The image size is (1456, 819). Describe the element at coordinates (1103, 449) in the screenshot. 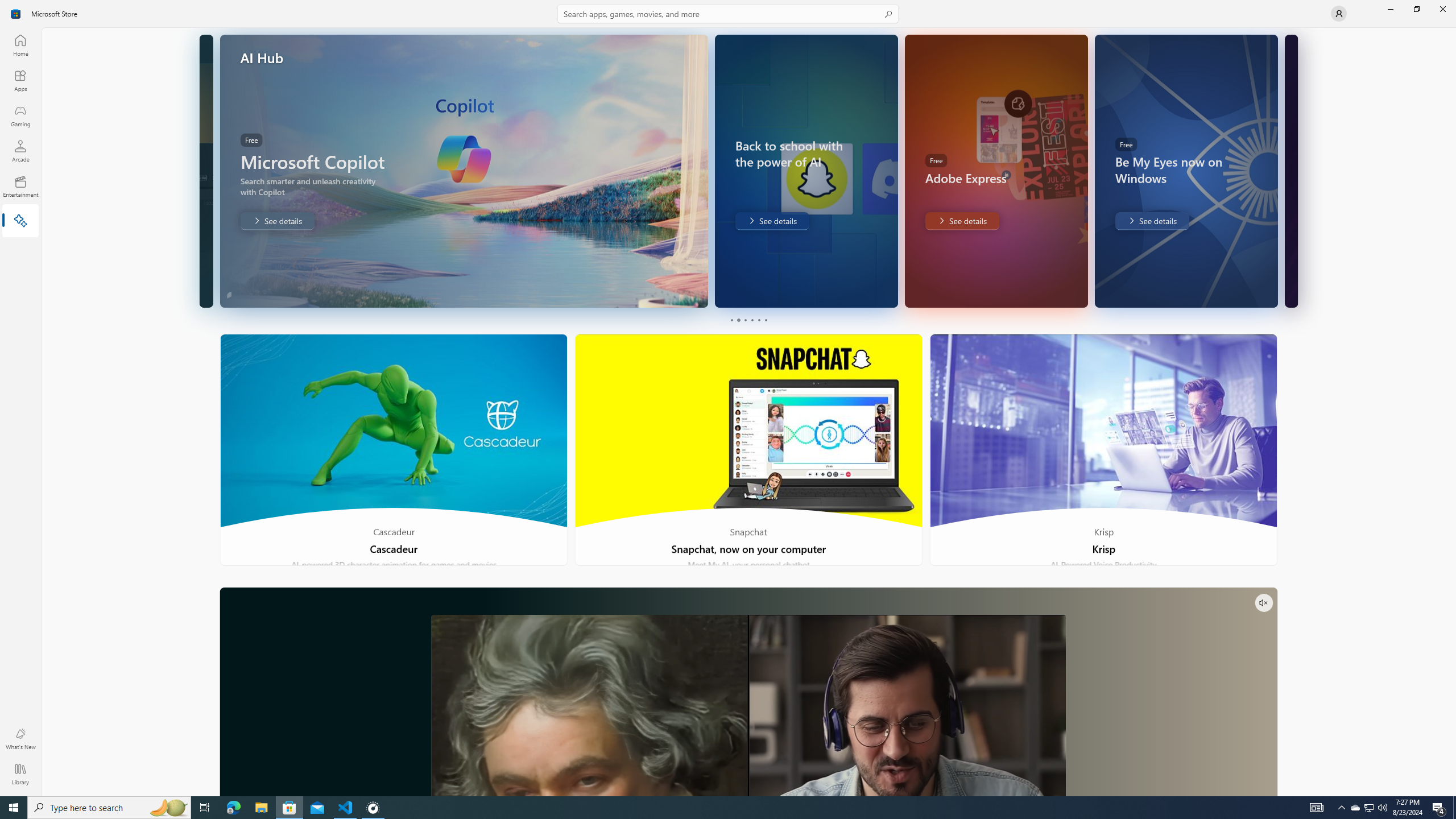

I see `'Krisp'` at that location.